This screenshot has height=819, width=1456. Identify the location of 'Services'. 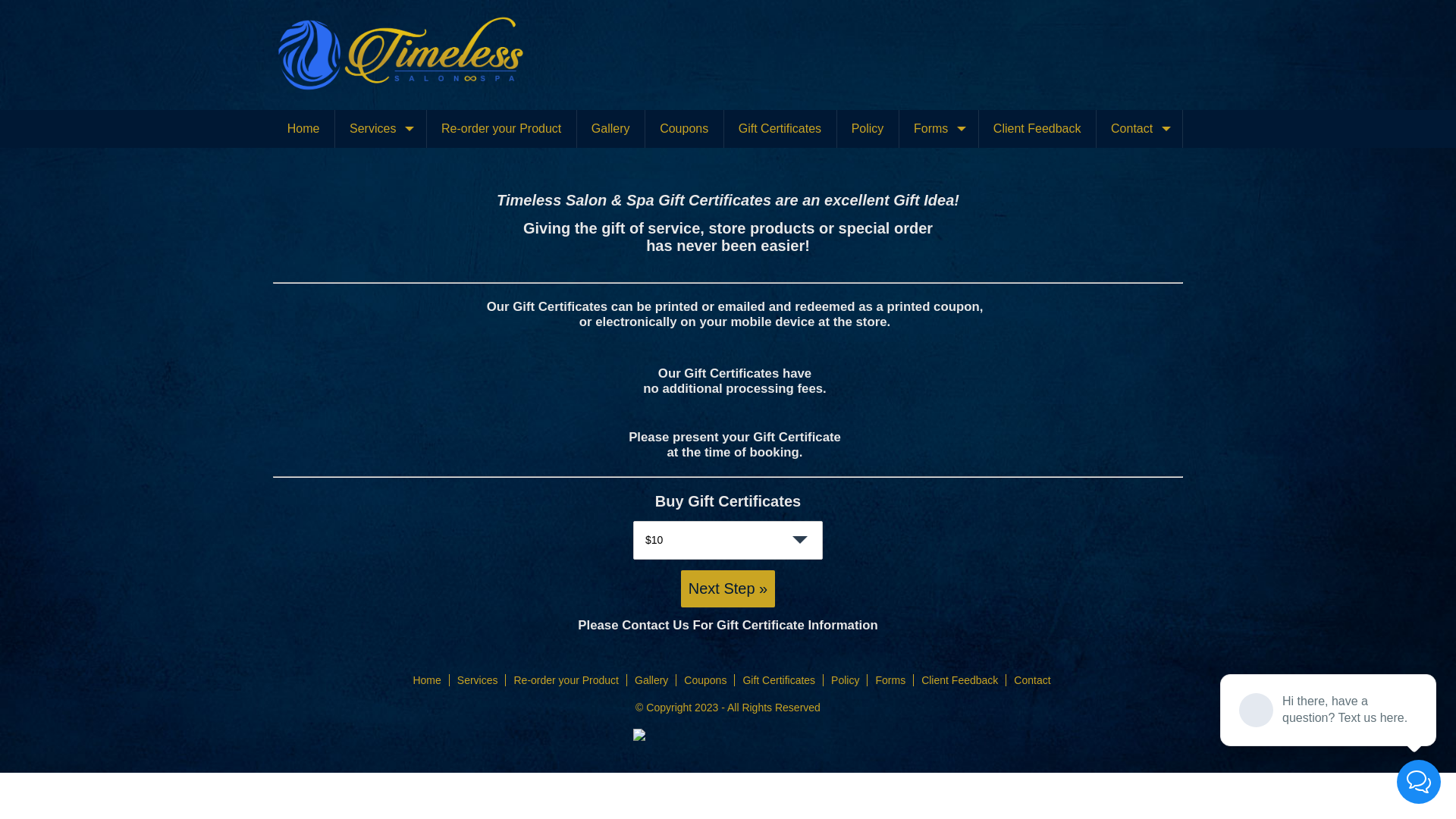
(380, 127).